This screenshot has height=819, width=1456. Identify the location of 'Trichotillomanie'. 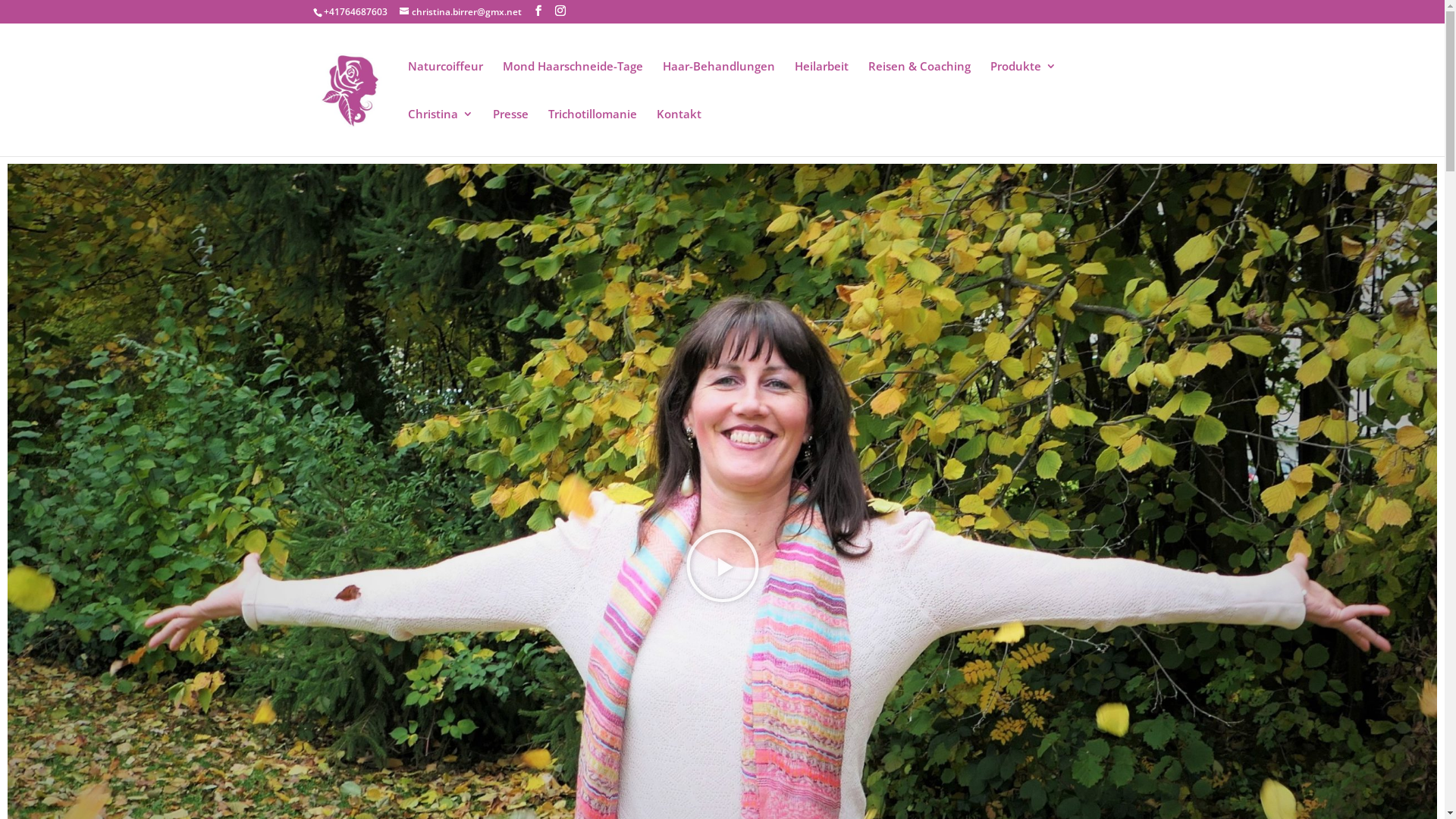
(591, 131).